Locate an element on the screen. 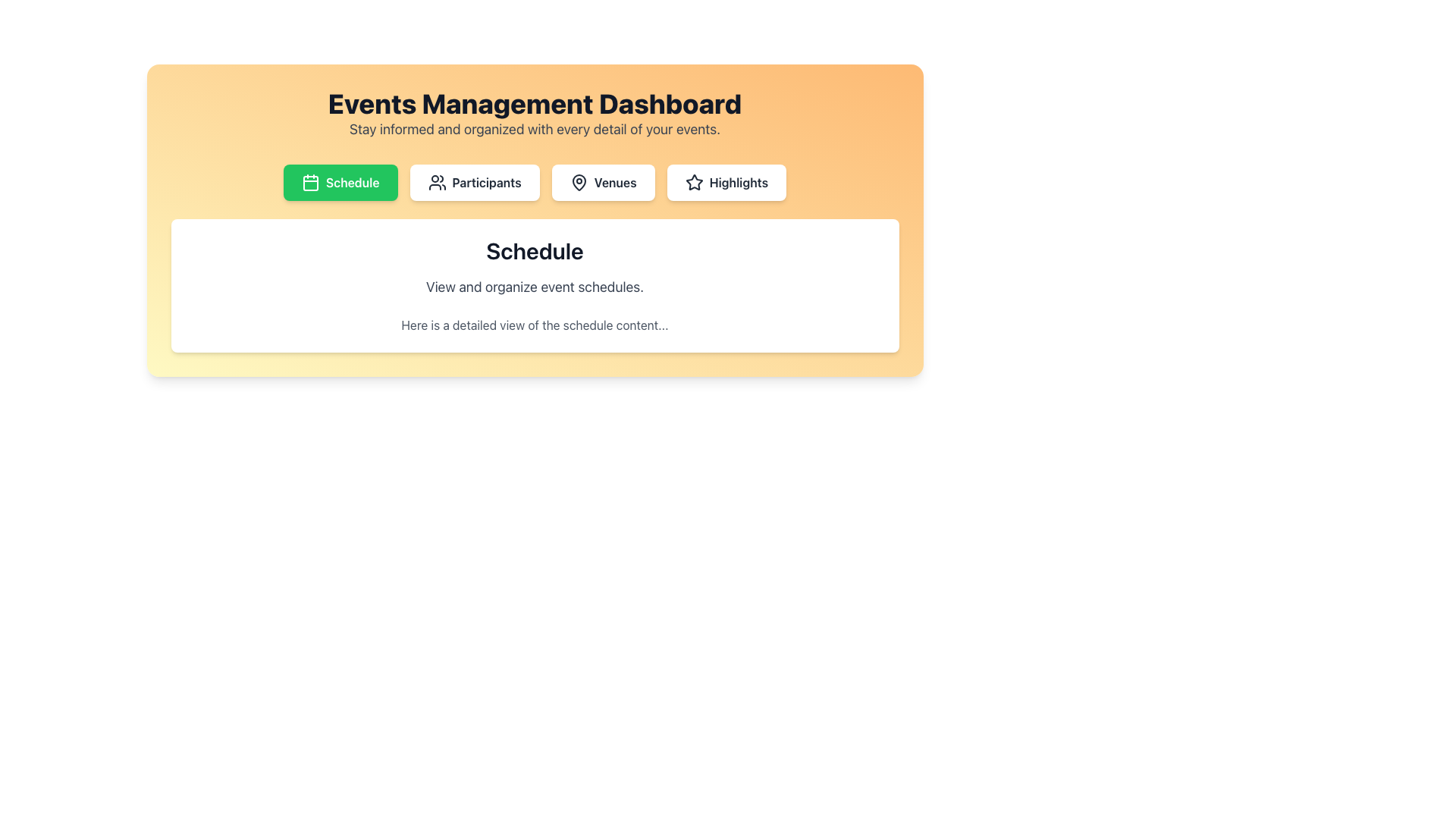 The height and width of the screenshot is (819, 1456). the static text element that provides a descriptive subtitle below the 'Events Management Dashboard' header is located at coordinates (535, 128).